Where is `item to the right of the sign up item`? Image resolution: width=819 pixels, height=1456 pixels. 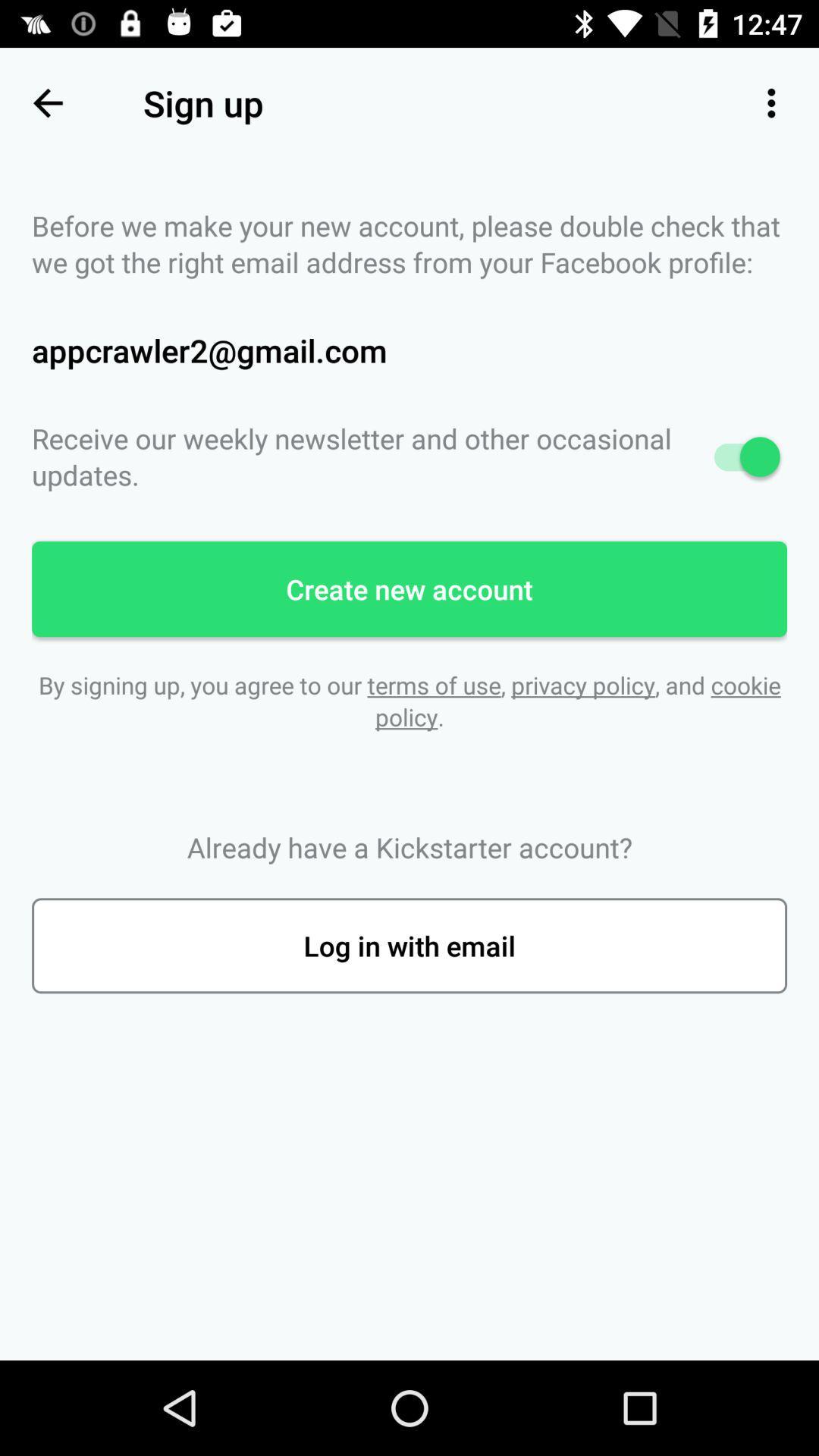
item to the right of the sign up item is located at coordinates (771, 102).